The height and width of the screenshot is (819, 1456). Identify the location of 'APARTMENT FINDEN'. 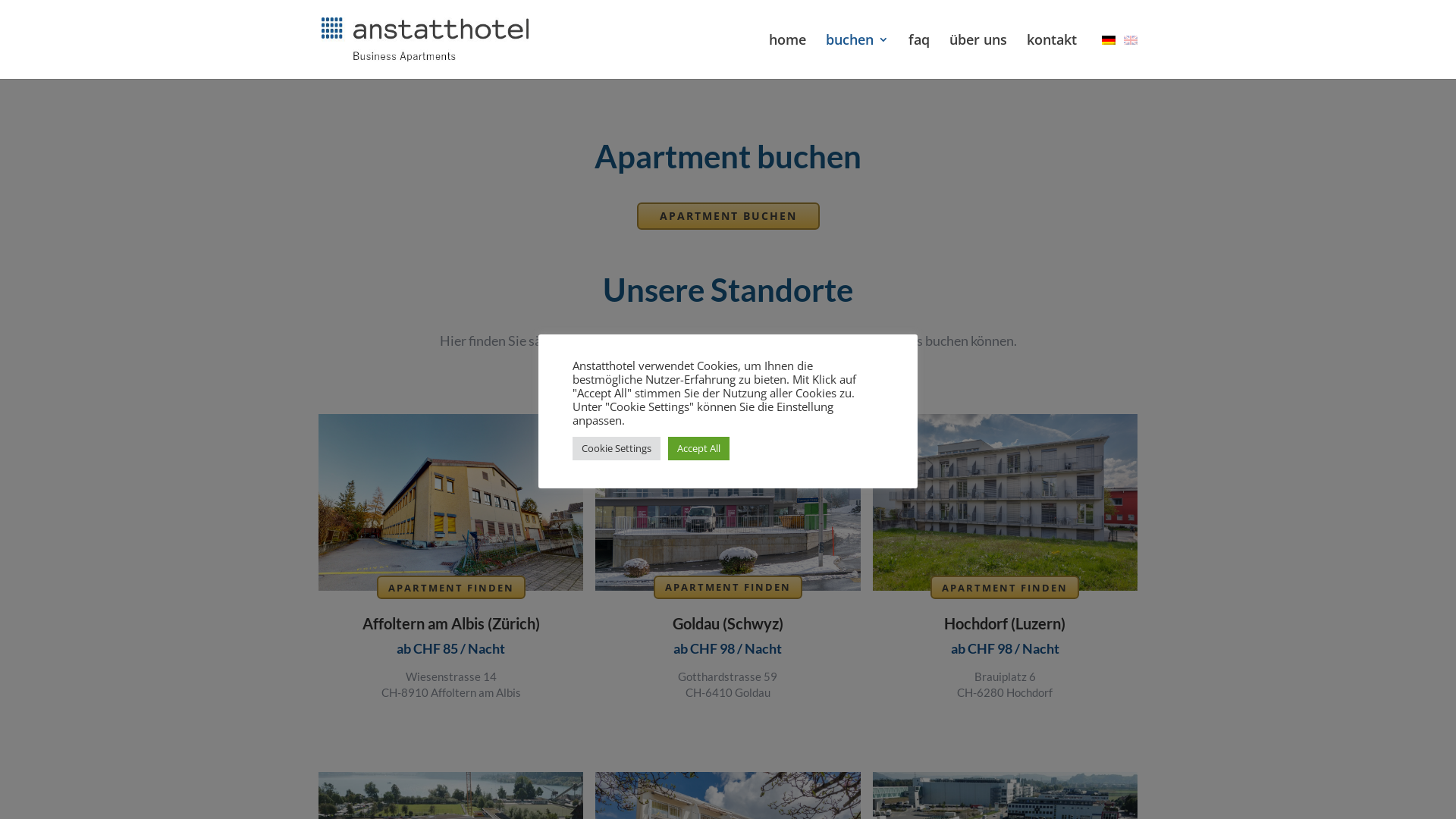
(1004, 586).